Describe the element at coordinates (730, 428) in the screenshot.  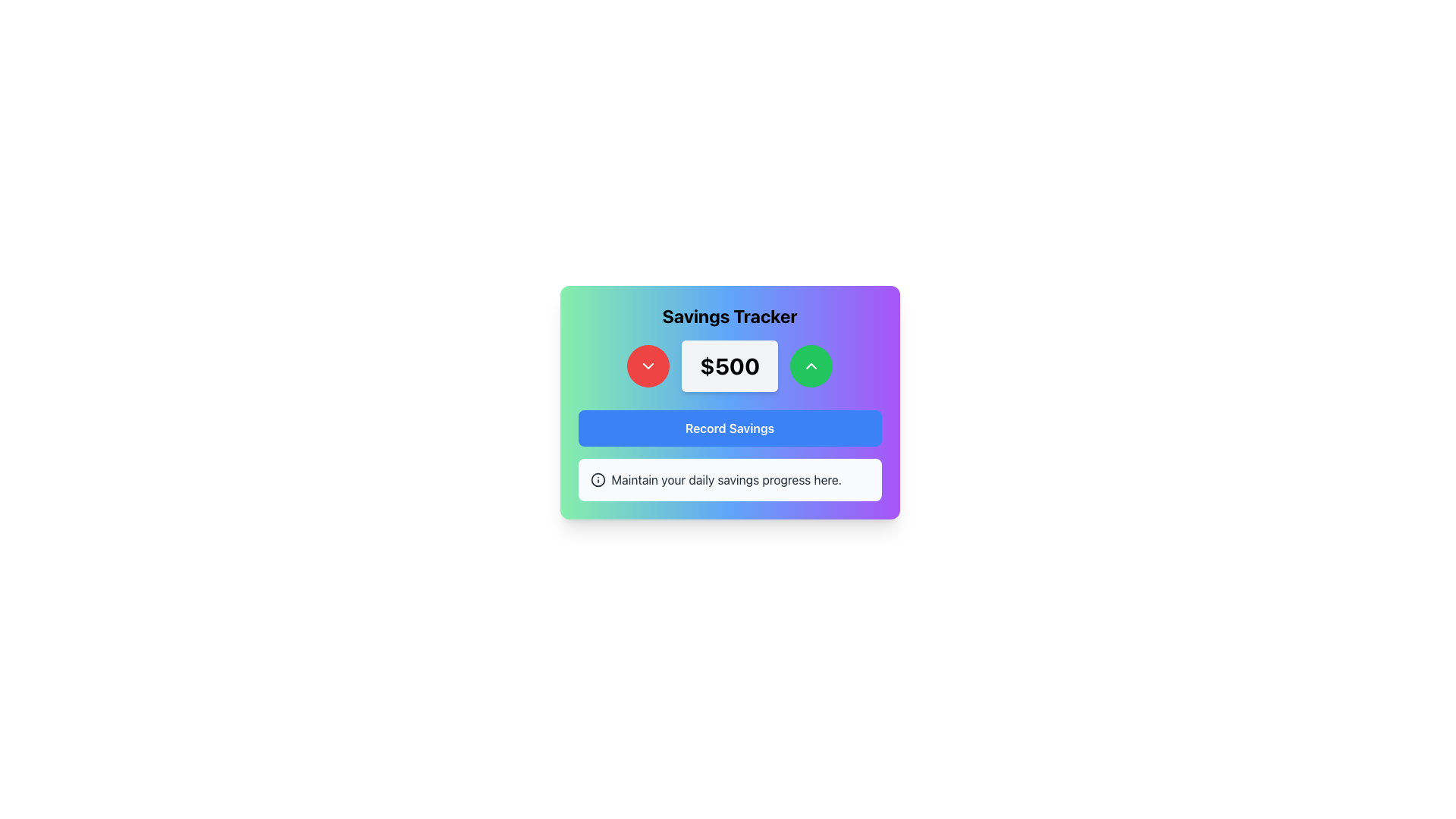
I see `the blue rectangular button labeled 'Record Savings'` at that location.